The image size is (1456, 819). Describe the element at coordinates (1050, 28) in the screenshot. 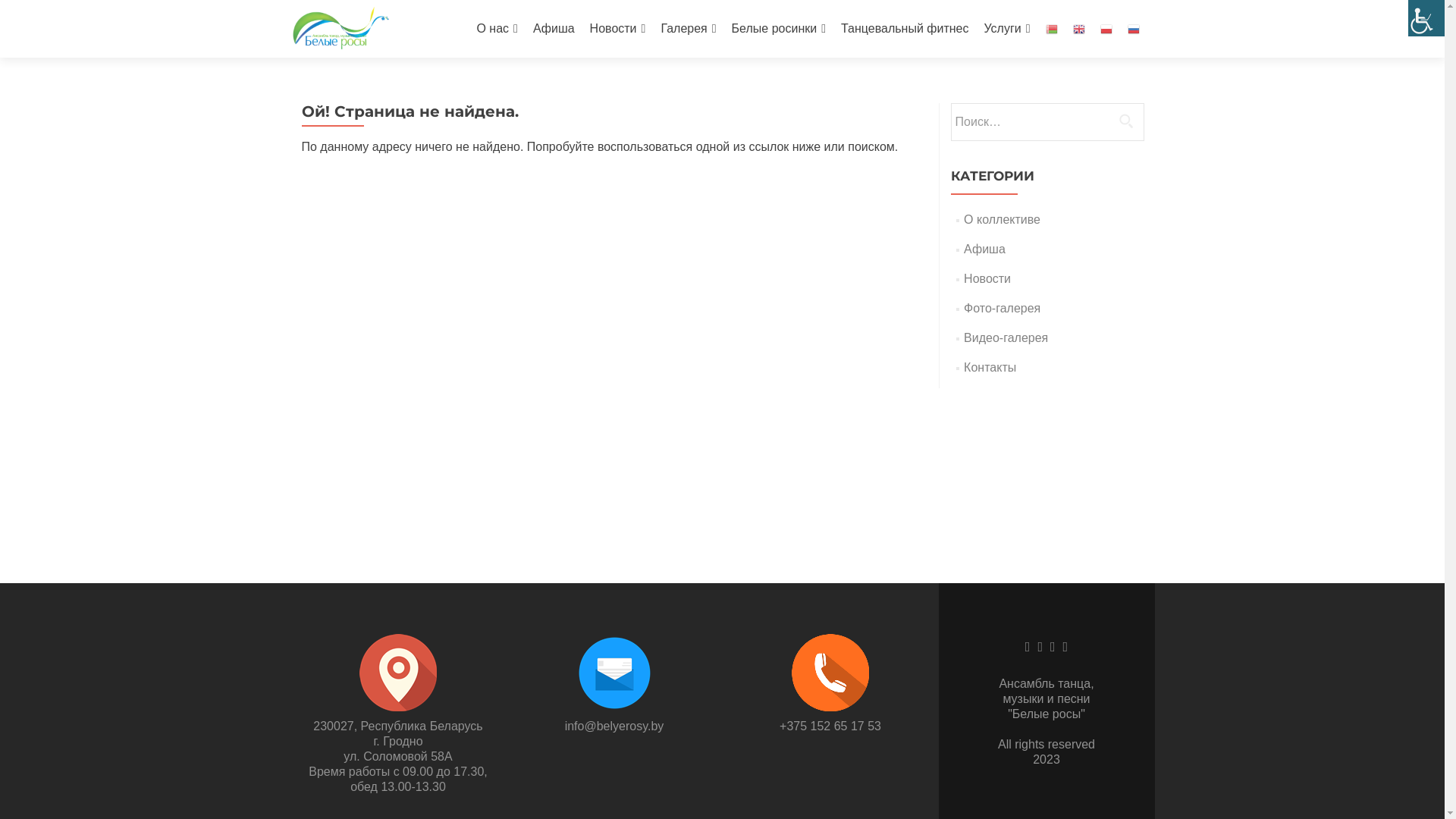

I see `'Belarusian'` at that location.